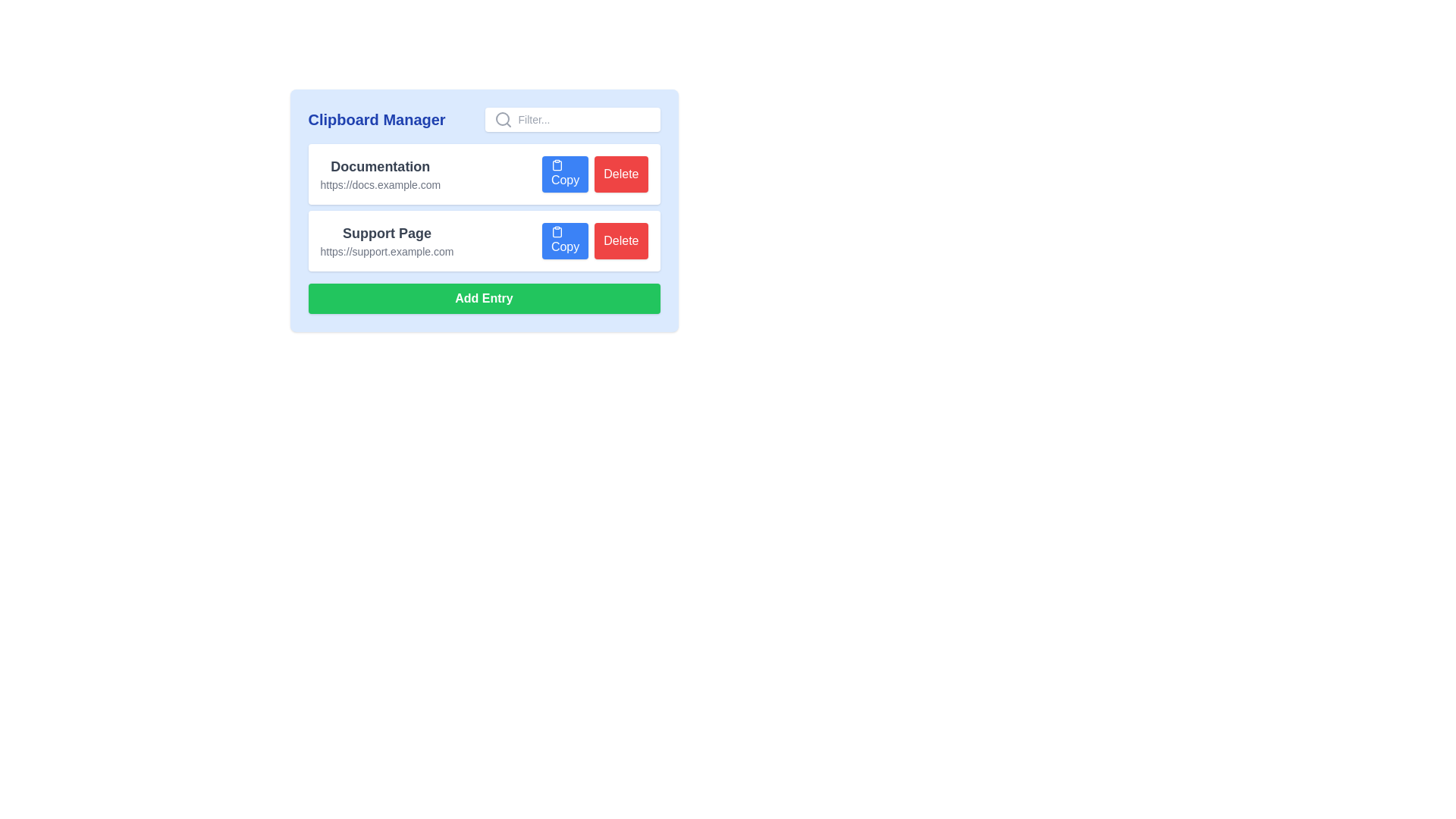  What do you see at coordinates (387, 240) in the screenshot?
I see `the 'Support Page' text display group, which consists of a bold title and a lighter subtitle with a URL, located centrally` at bounding box center [387, 240].